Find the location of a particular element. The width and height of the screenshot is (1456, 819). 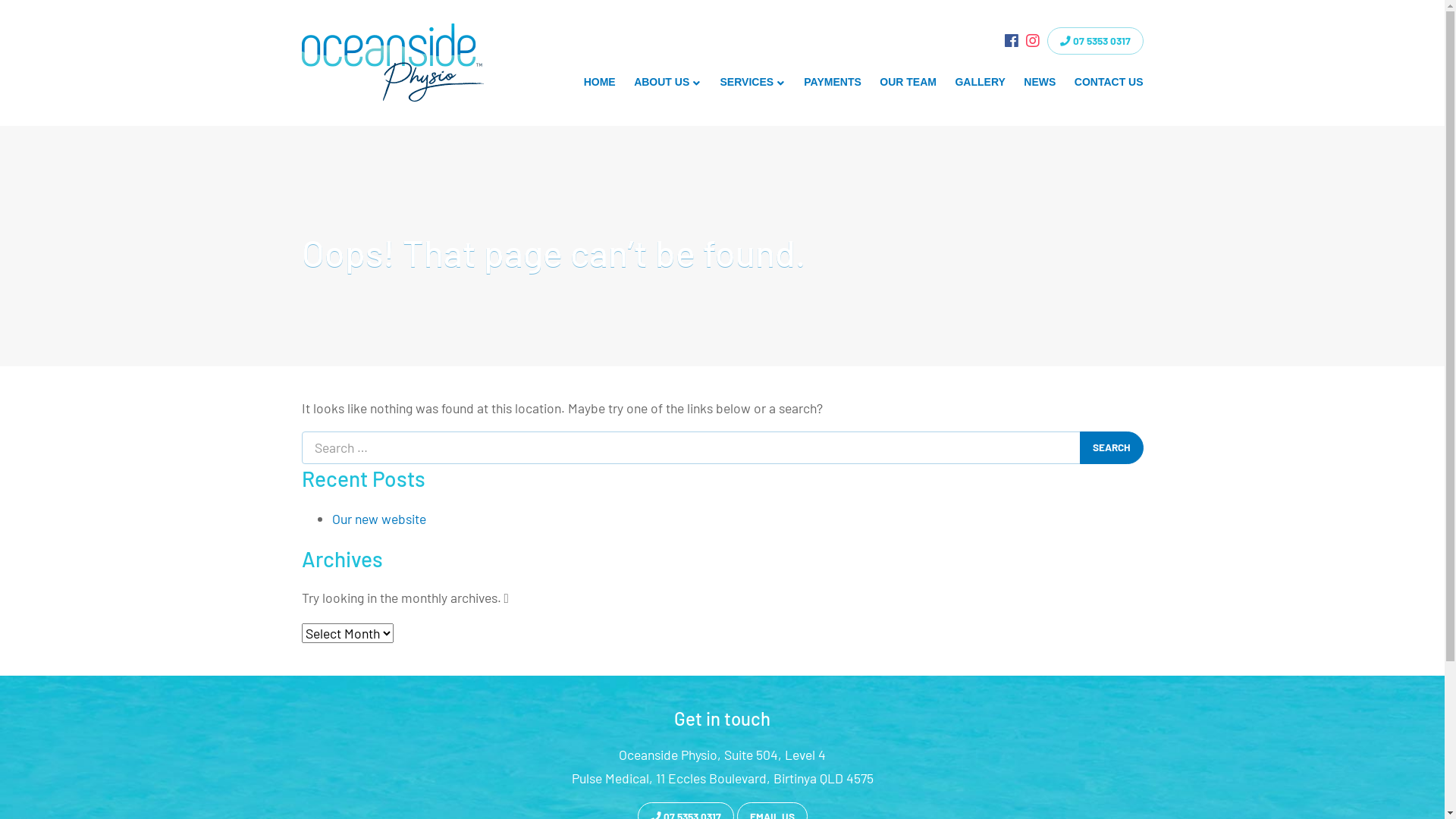

'PAYMENTS' is located at coordinates (832, 82).